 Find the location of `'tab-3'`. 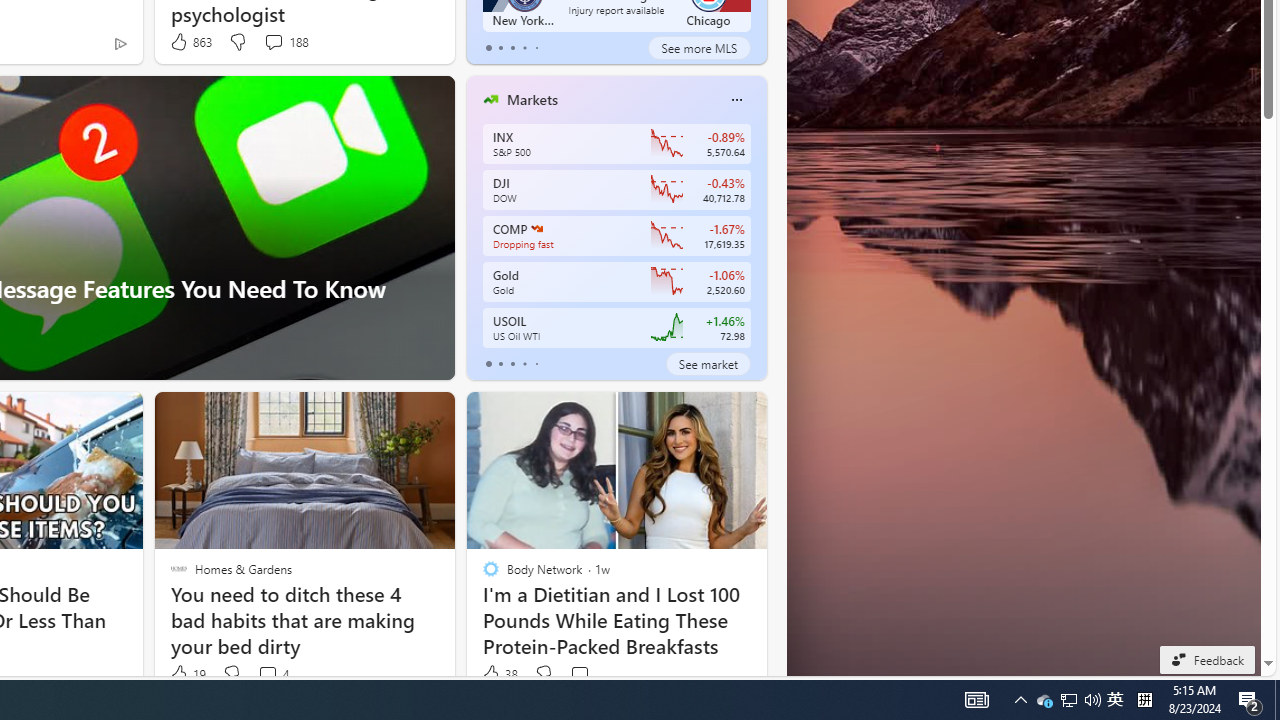

'tab-3' is located at coordinates (524, 363).